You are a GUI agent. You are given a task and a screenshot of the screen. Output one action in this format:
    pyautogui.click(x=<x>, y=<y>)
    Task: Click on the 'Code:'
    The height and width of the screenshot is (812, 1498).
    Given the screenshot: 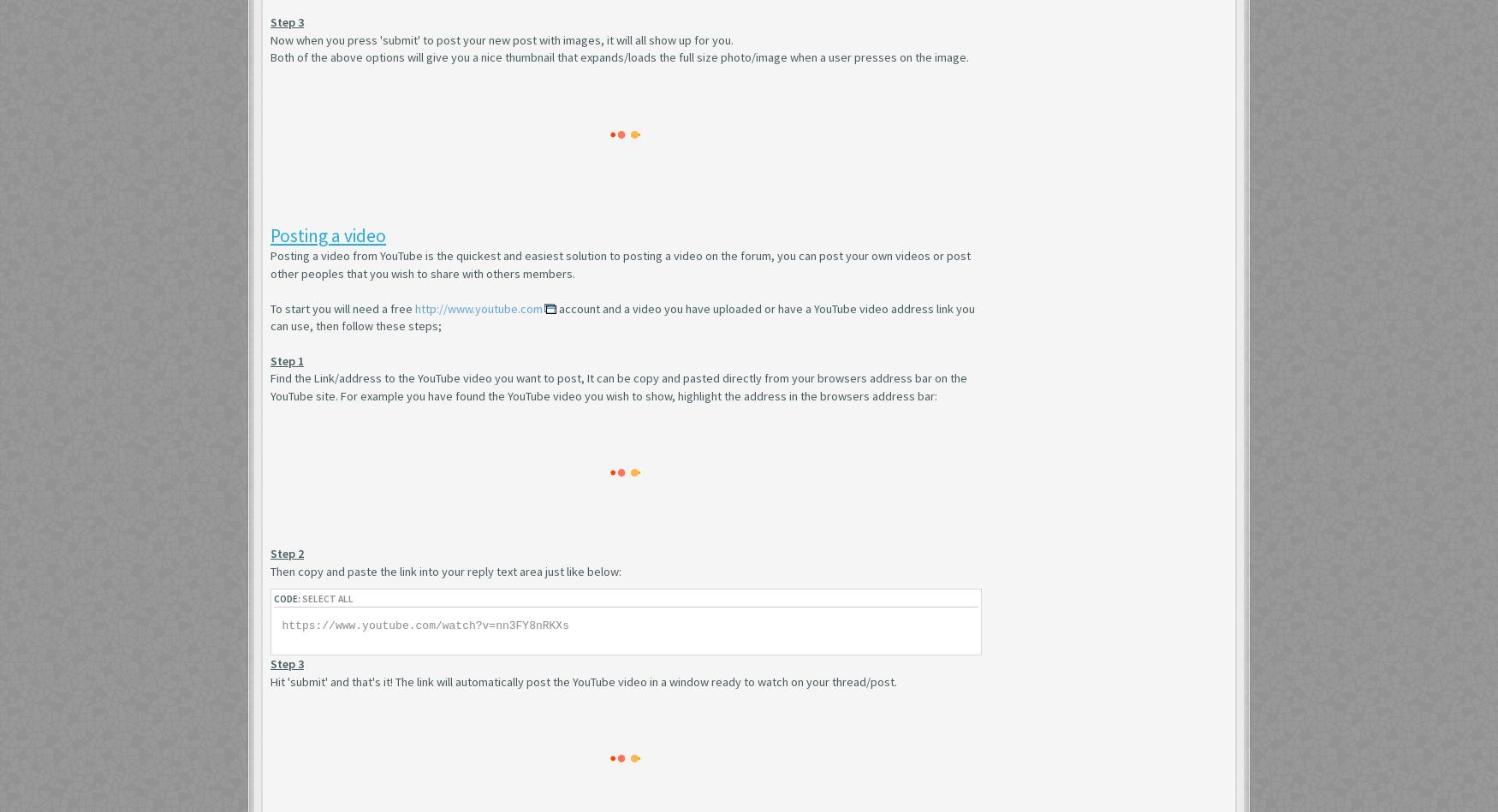 What is the action you would take?
    pyautogui.click(x=288, y=598)
    